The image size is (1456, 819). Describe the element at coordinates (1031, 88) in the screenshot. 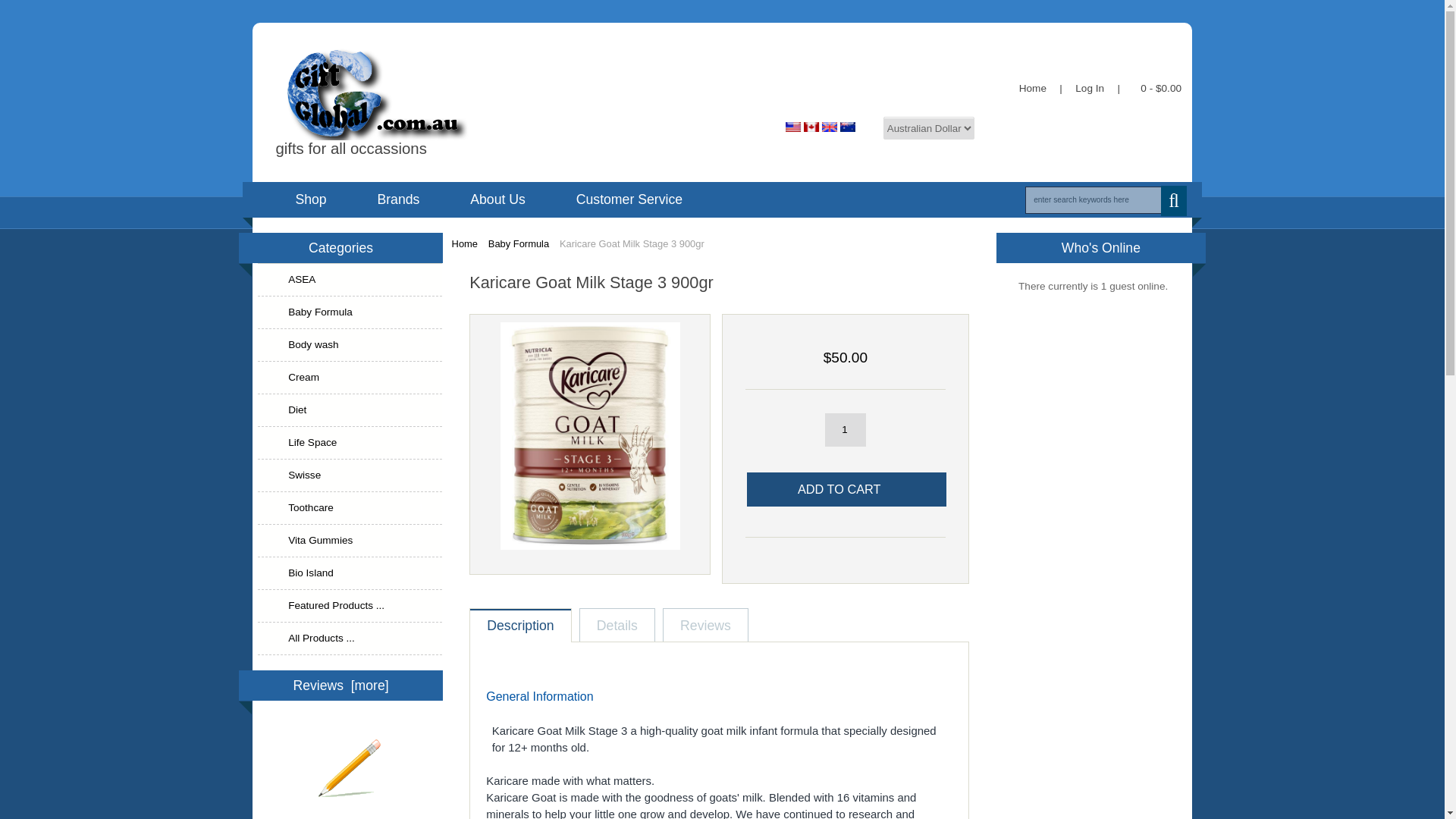

I see `'Home'` at that location.